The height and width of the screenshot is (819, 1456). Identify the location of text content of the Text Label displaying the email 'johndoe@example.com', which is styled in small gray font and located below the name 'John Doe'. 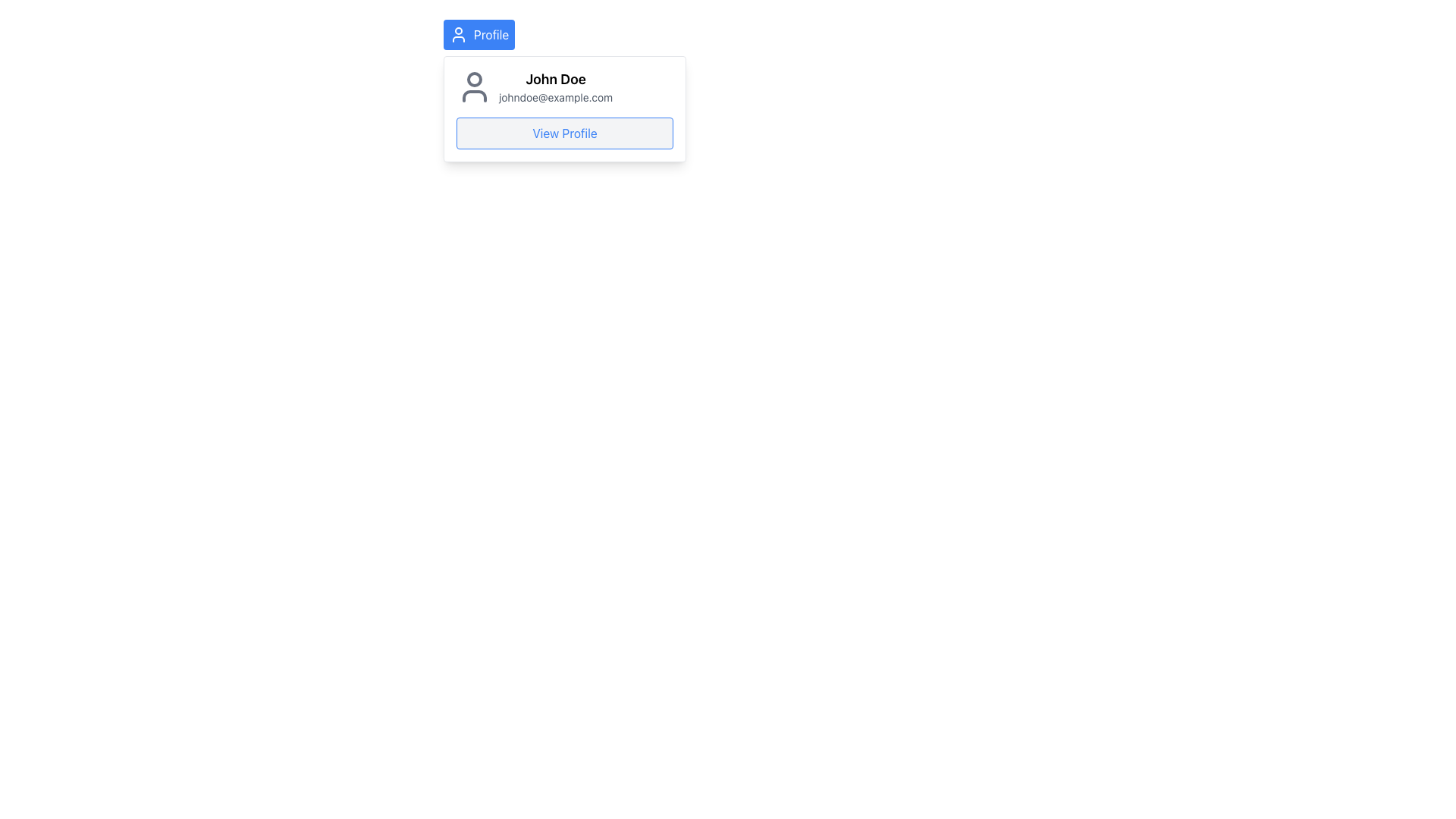
(555, 97).